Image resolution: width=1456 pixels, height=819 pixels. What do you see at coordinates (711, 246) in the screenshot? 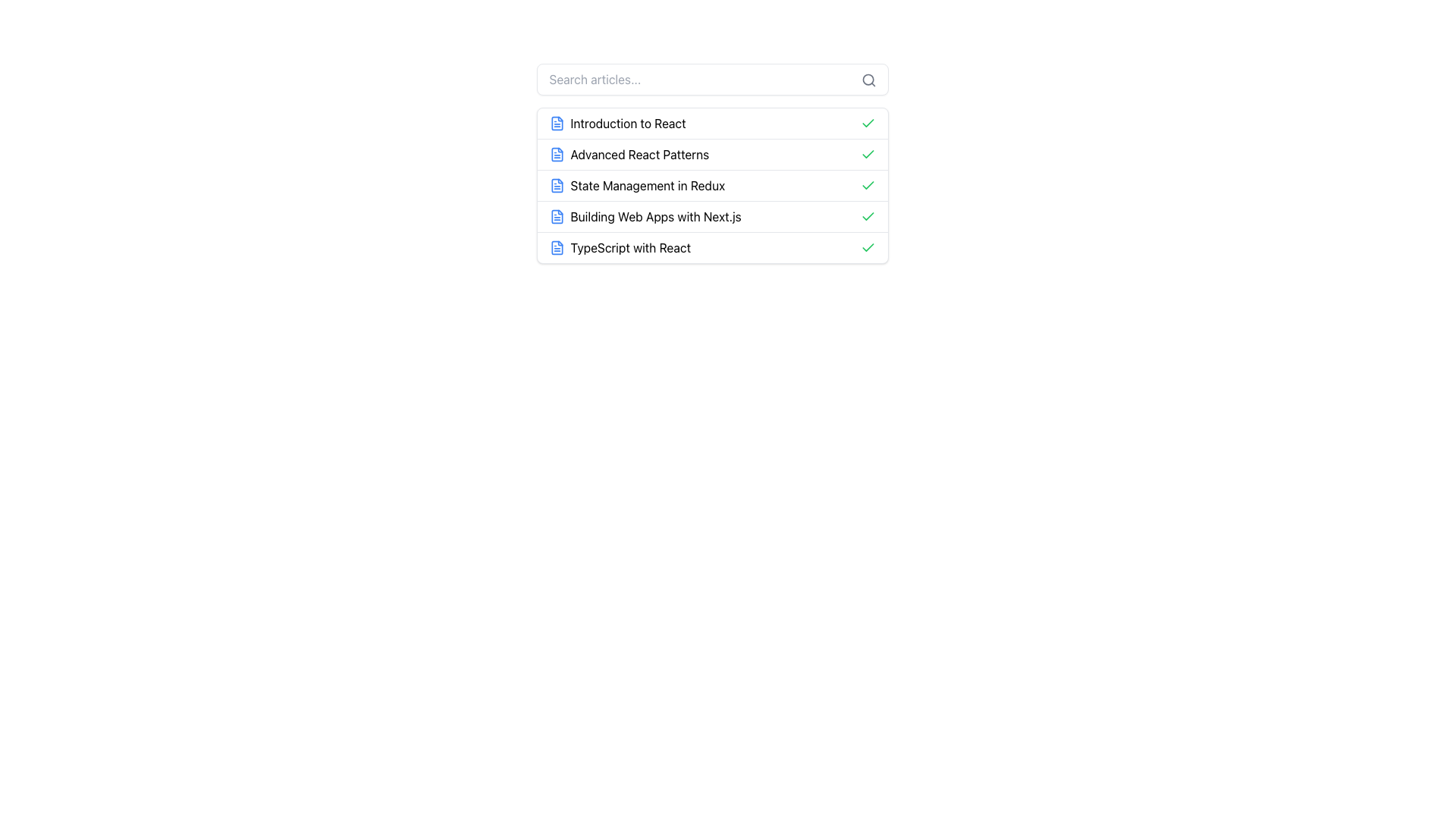
I see `the fifth item in the list, labeled 'TypeScript with React'` at bounding box center [711, 246].